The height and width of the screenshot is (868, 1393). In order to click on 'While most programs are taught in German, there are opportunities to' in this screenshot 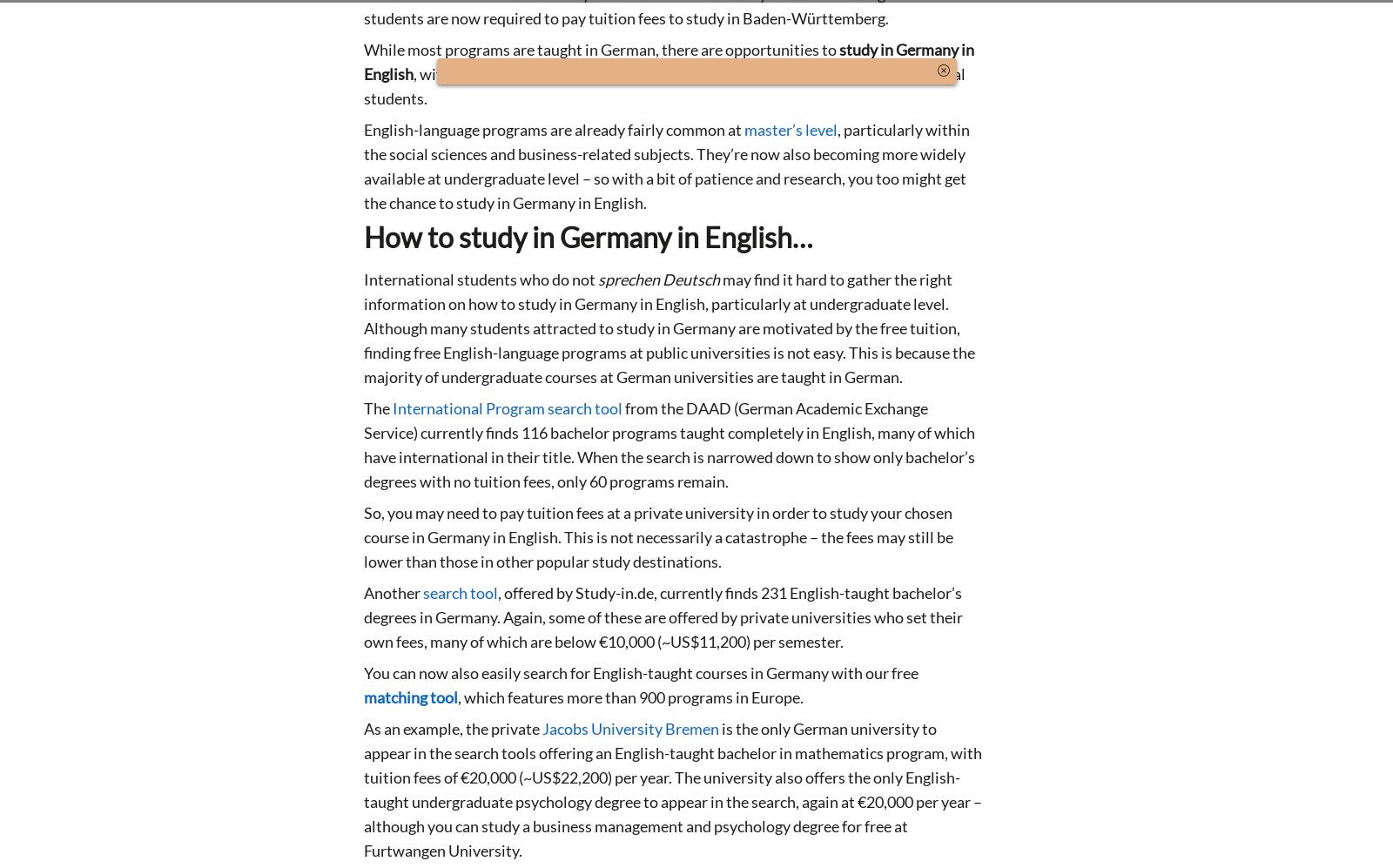, I will do `click(602, 49)`.